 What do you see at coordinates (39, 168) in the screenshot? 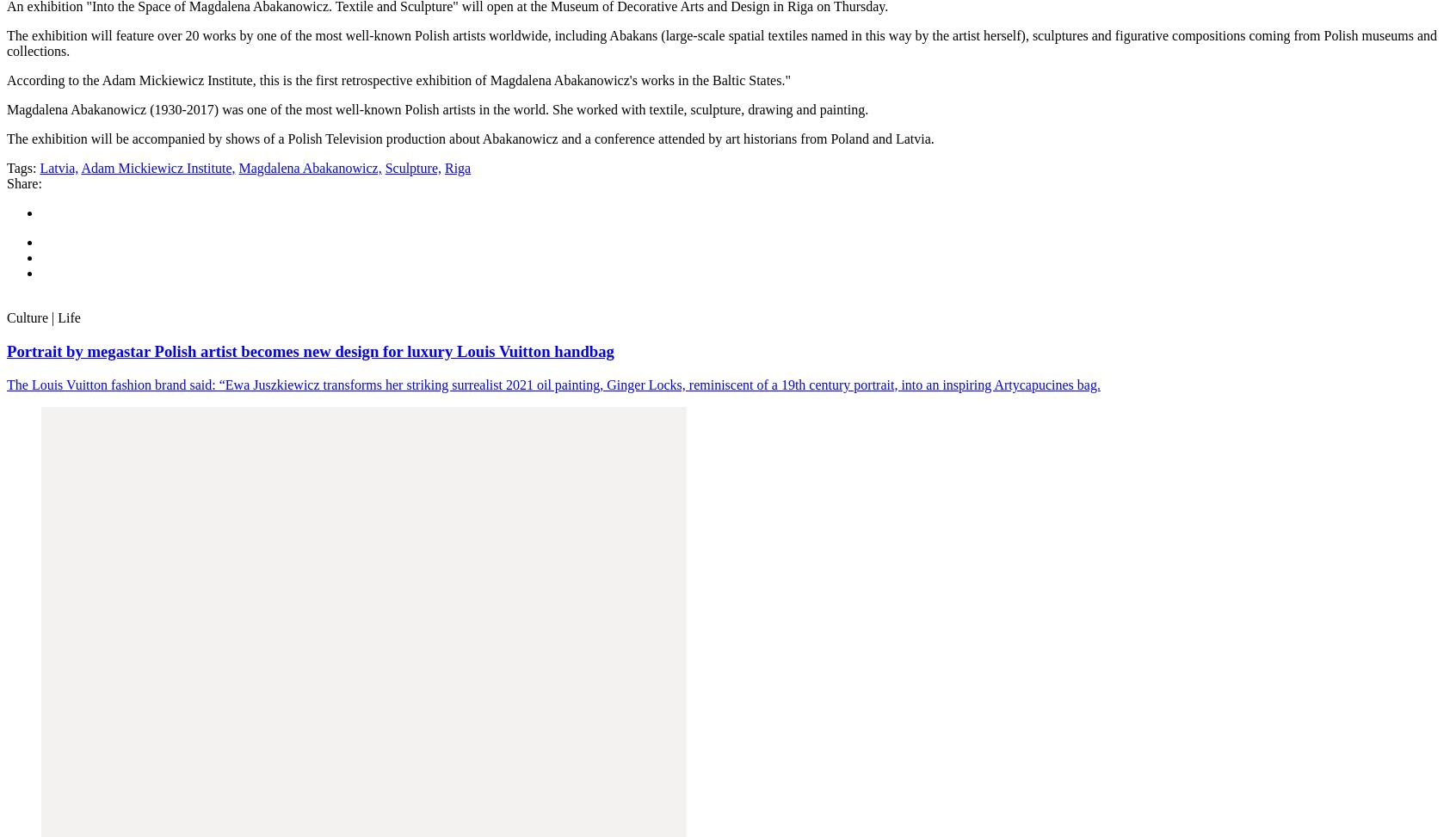
I see `'Latvia,'` at bounding box center [39, 168].